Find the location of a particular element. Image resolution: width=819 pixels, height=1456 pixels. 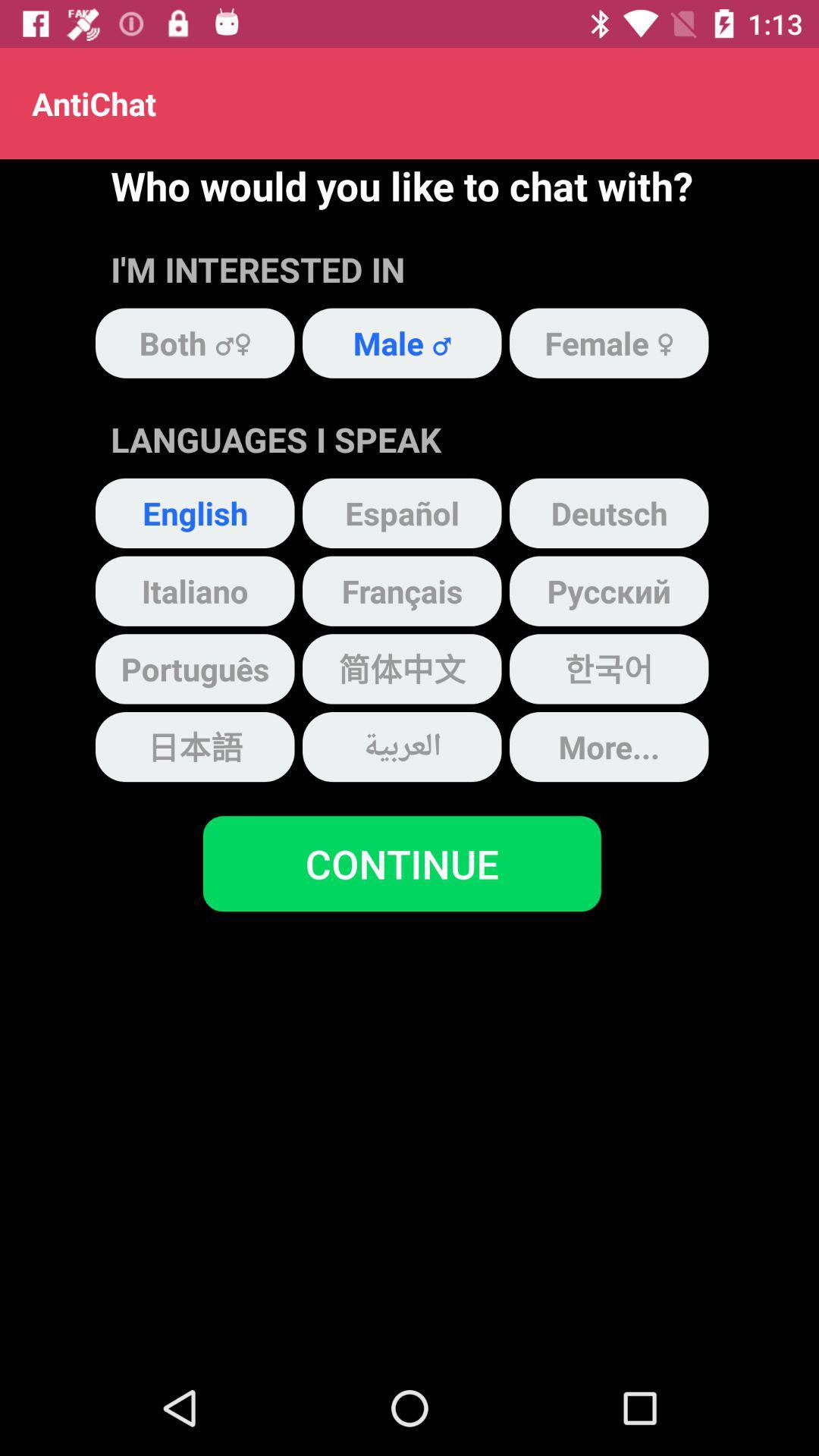

the icon next to the english item is located at coordinates (401, 513).